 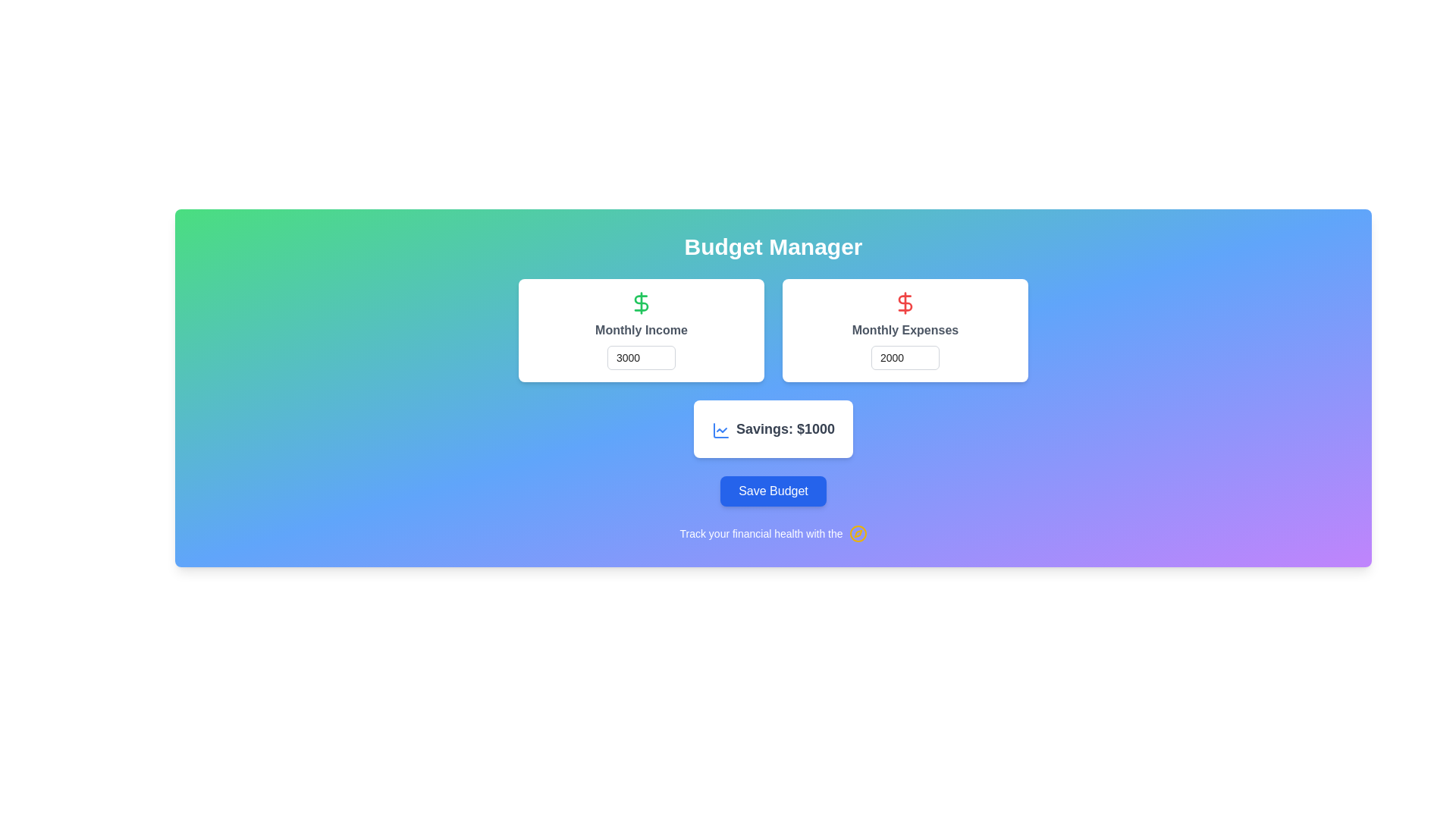 What do you see at coordinates (761, 533) in the screenshot?
I see `the text label that reads 'Track your financial health with the', which is styled with a white font and positioned below the 'Save Budget' button at the bottom center of the interface` at bounding box center [761, 533].